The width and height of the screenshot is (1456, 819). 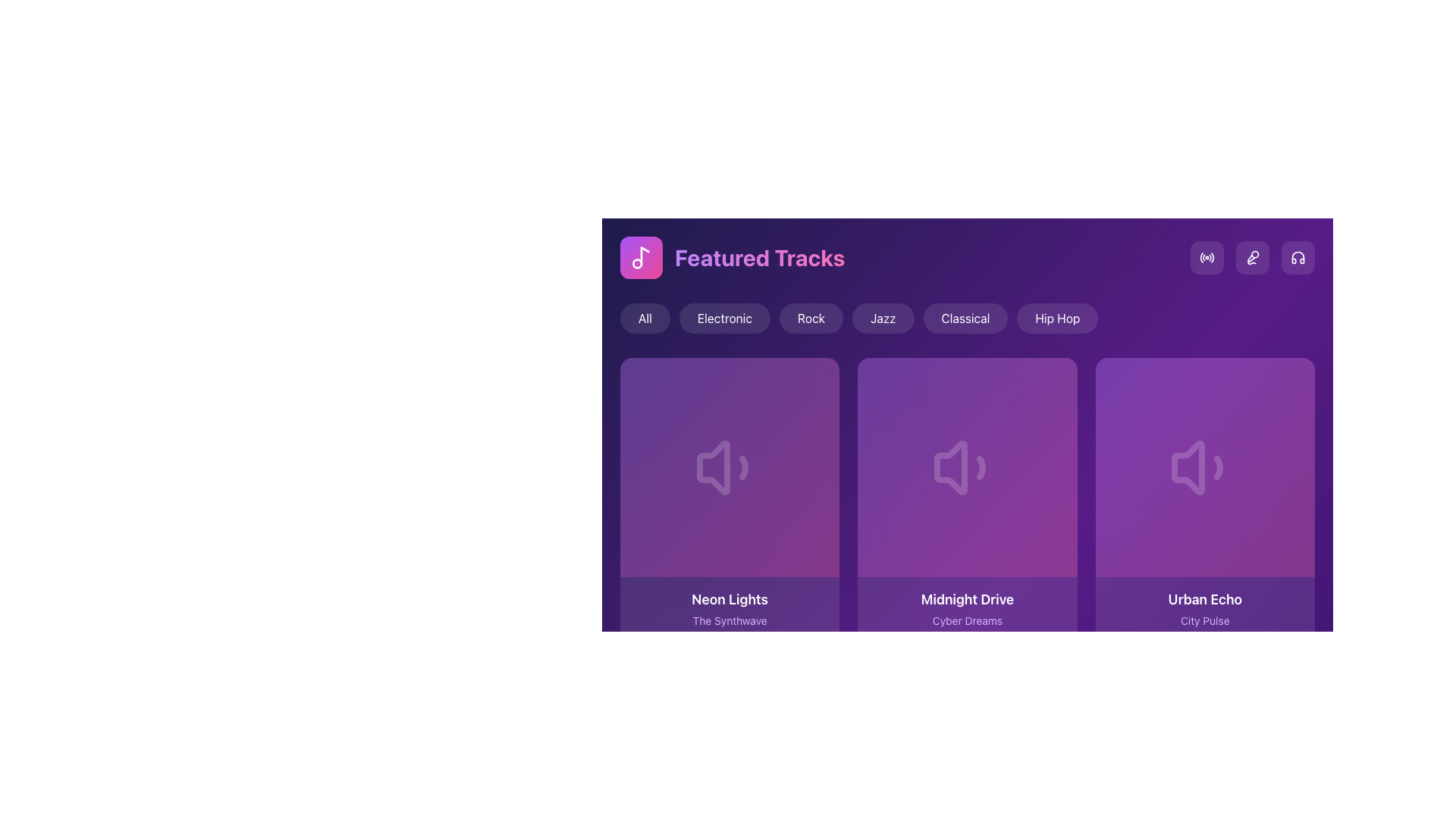 What do you see at coordinates (1204, 466) in the screenshot?
I see `the volume icon, which resembles a speaker emitting sound waves, located at the rightmost position in the row of cards under the 'Featured Tracks' header` at bounding box center [1204, 466].